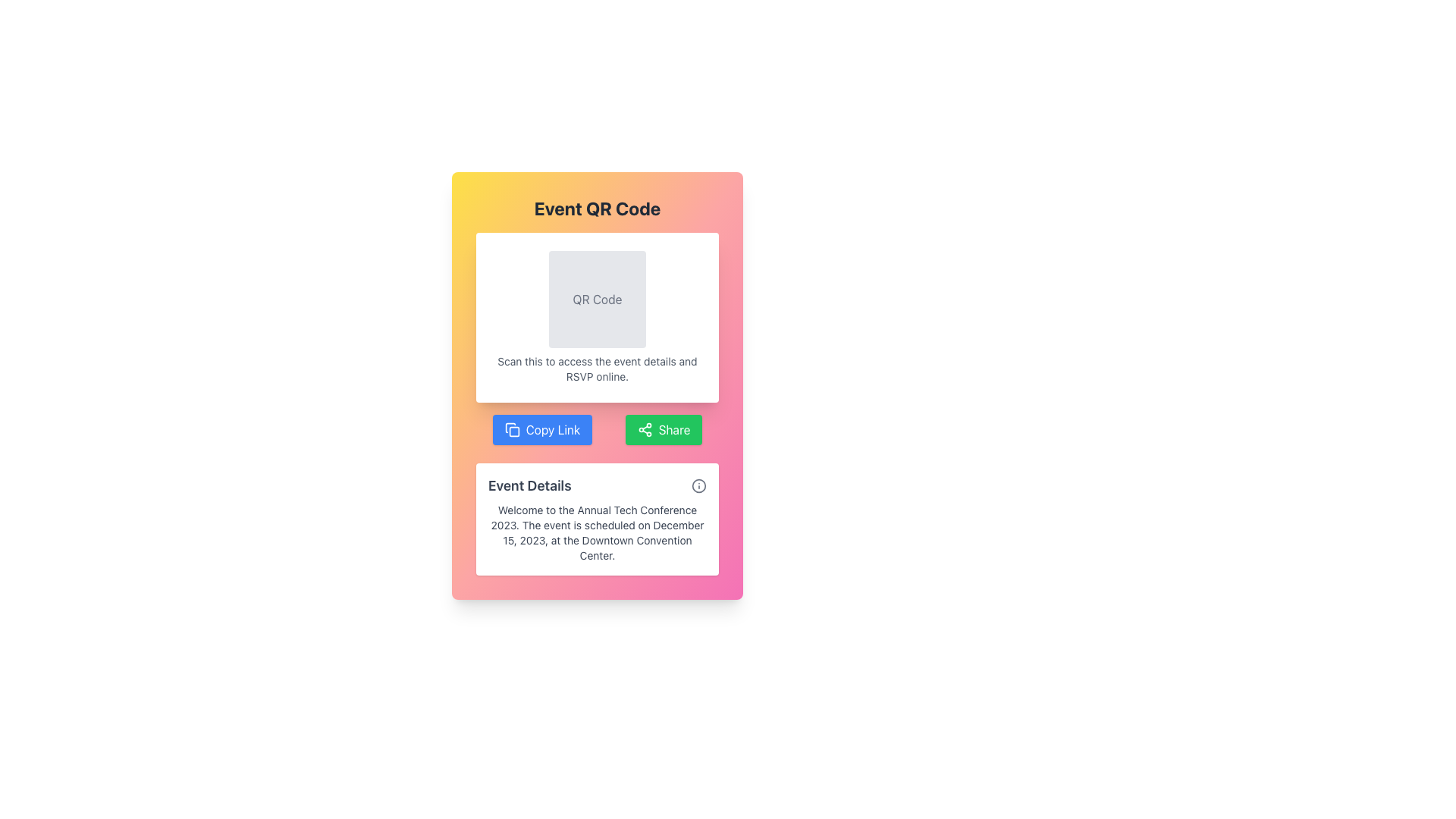  What do you see at coordinates (596, 208) in the screenshot?
I see `the prominently styled header displaying 'Event QR Code' in bold and large font, which is centrally aligned within a gradient background of yellow to pink` at bounding box center [596, 208].